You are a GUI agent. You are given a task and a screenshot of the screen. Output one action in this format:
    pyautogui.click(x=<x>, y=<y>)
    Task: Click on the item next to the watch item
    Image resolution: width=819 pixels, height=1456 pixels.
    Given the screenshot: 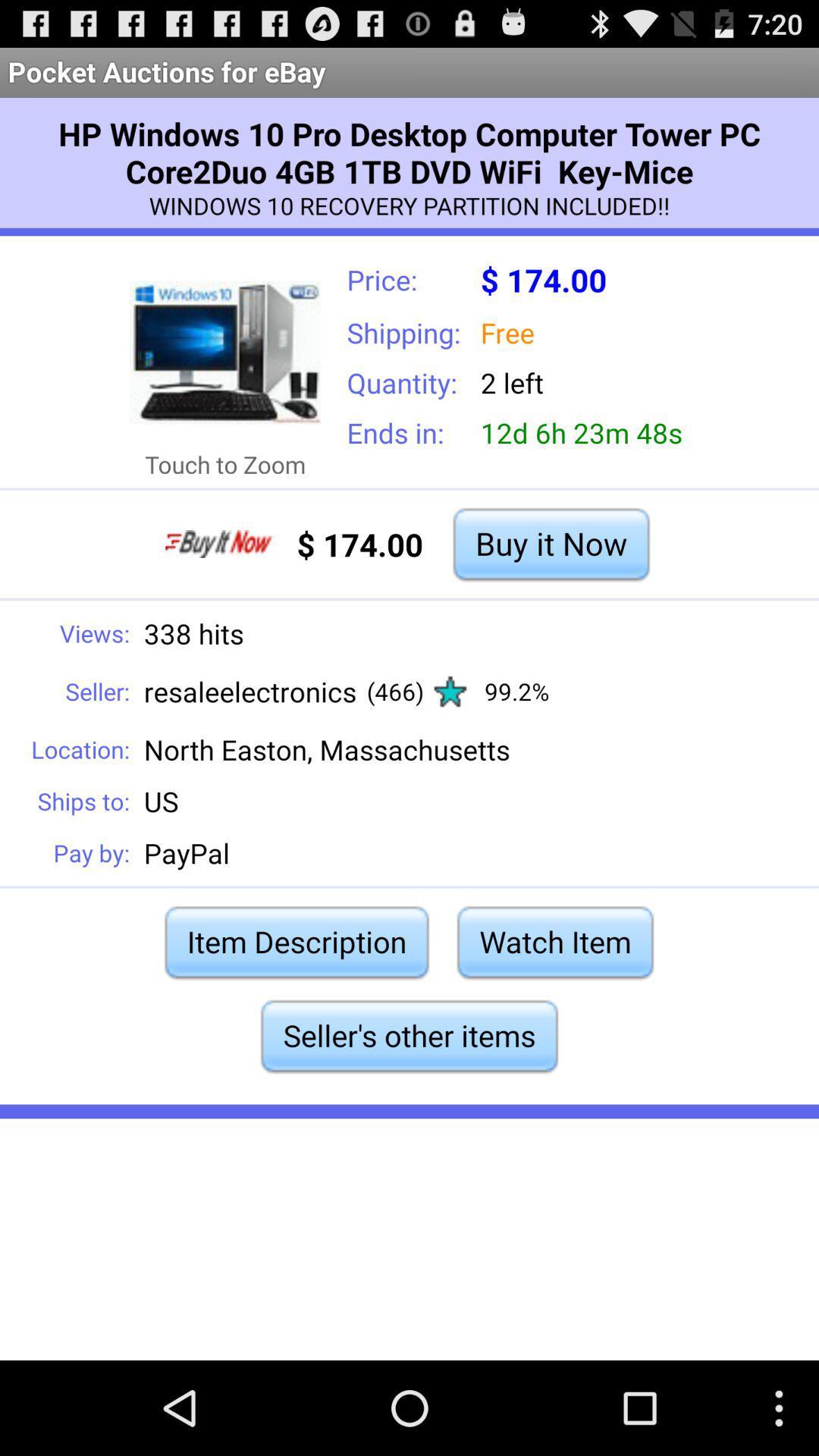 What is the action you would take?
    pyautogui.click(x=297, y=941)
    